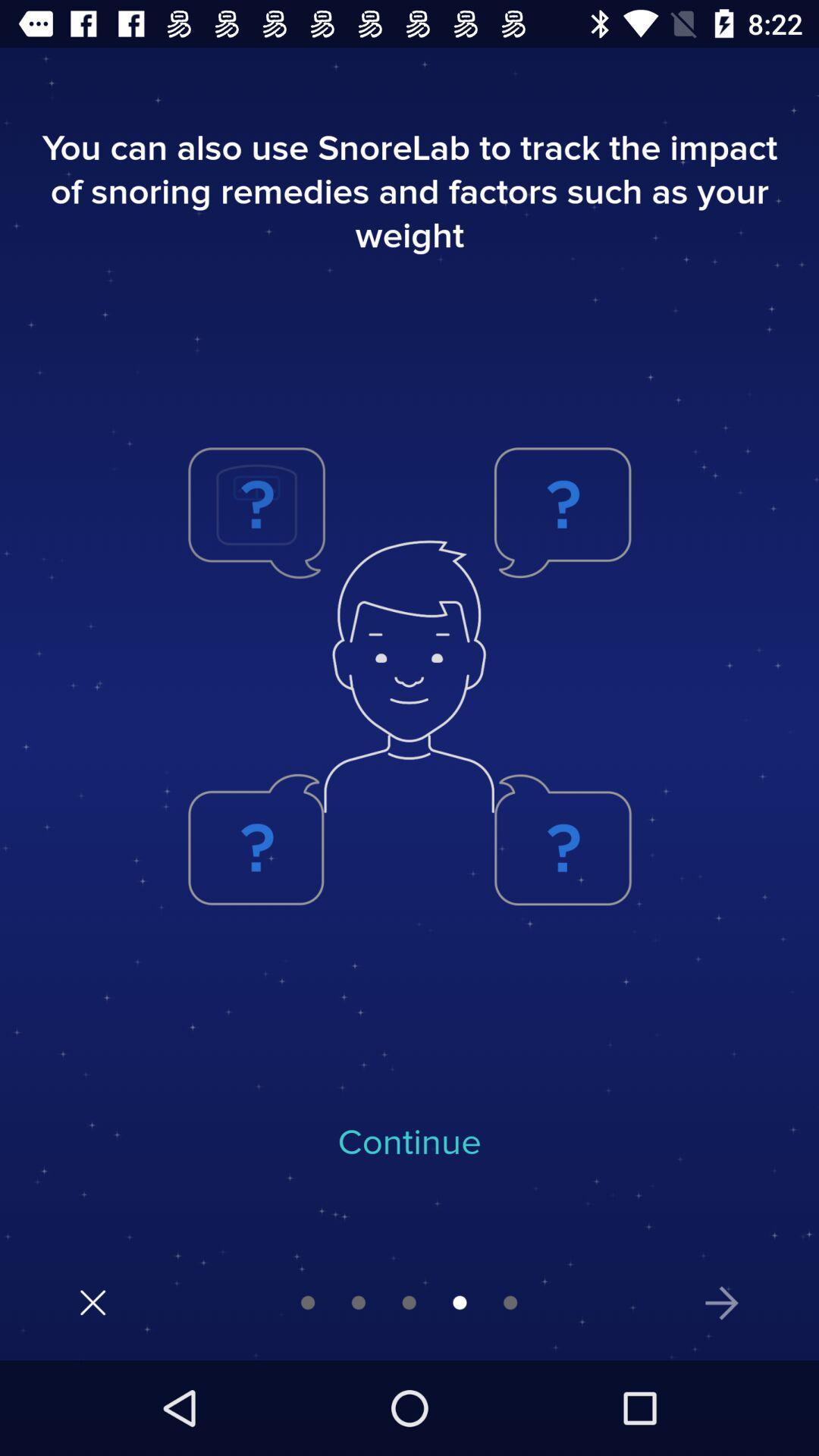 This screenshot has height=1456, width=819. Describe the element at coordinates (721, 1302) in the screenshot. I see `continue to next page` at that location.